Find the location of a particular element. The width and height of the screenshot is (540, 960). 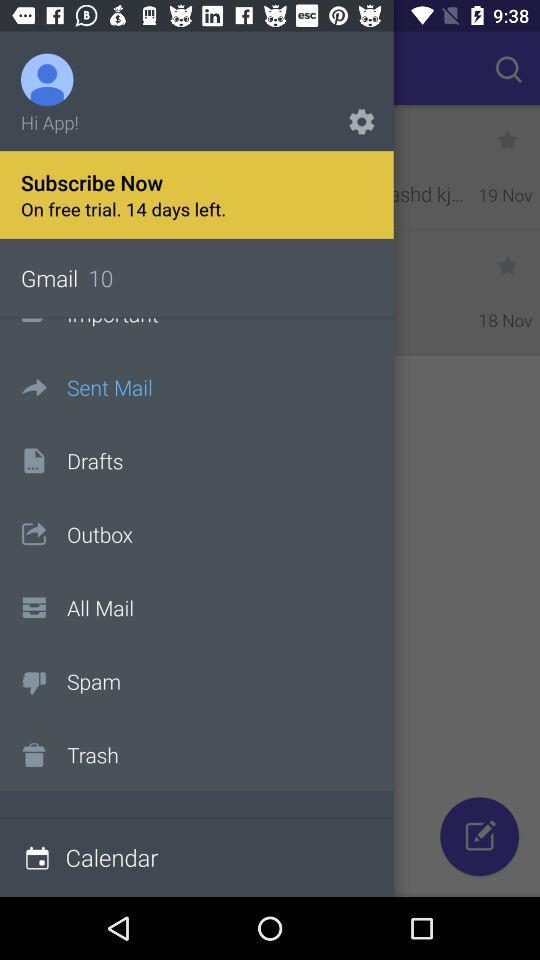

the edit icon is located at coordinates (478, 836).